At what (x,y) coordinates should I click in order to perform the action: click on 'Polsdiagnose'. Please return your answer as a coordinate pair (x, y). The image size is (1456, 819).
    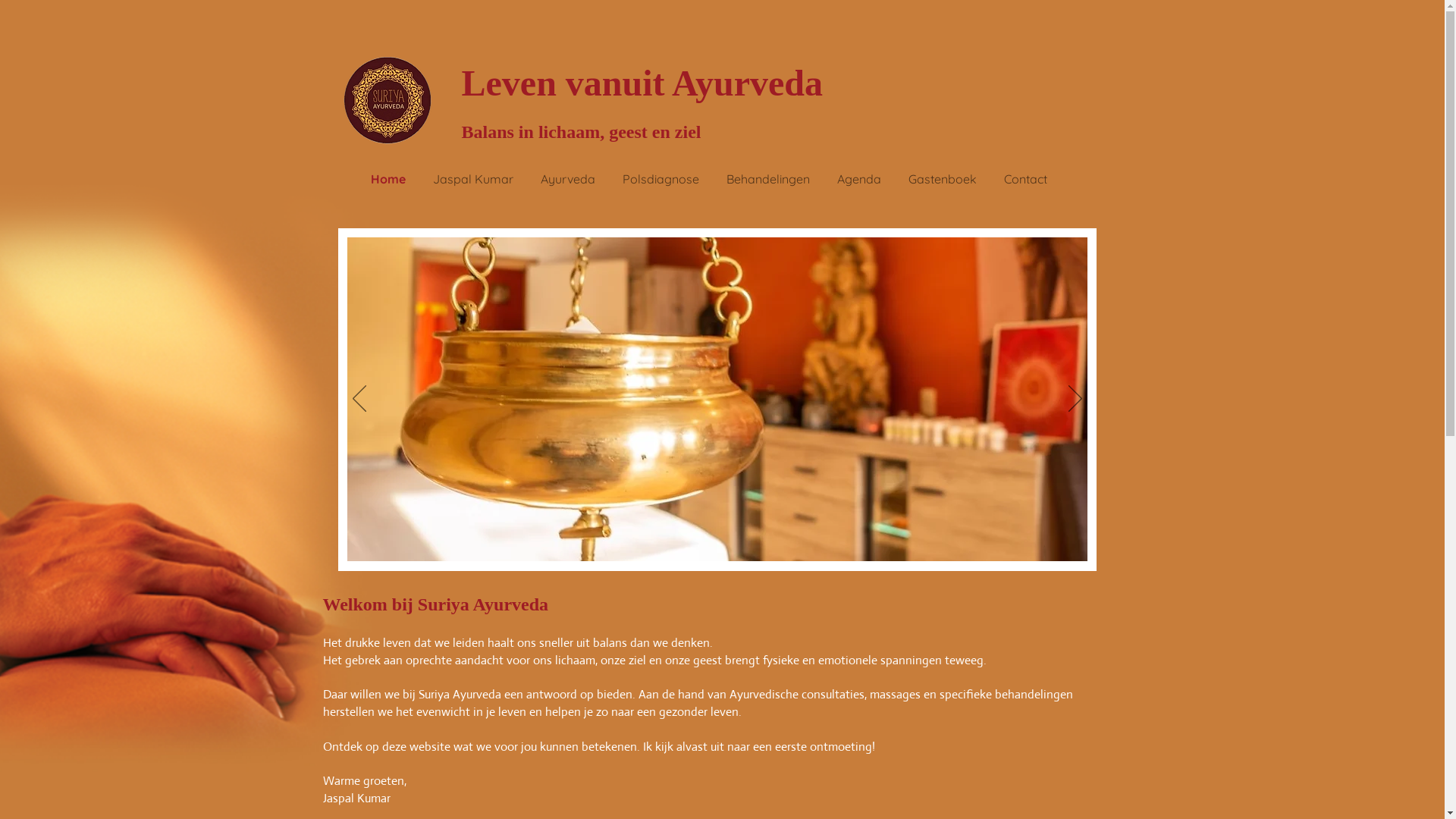
    Looking at the image, I should click on (608, 177).